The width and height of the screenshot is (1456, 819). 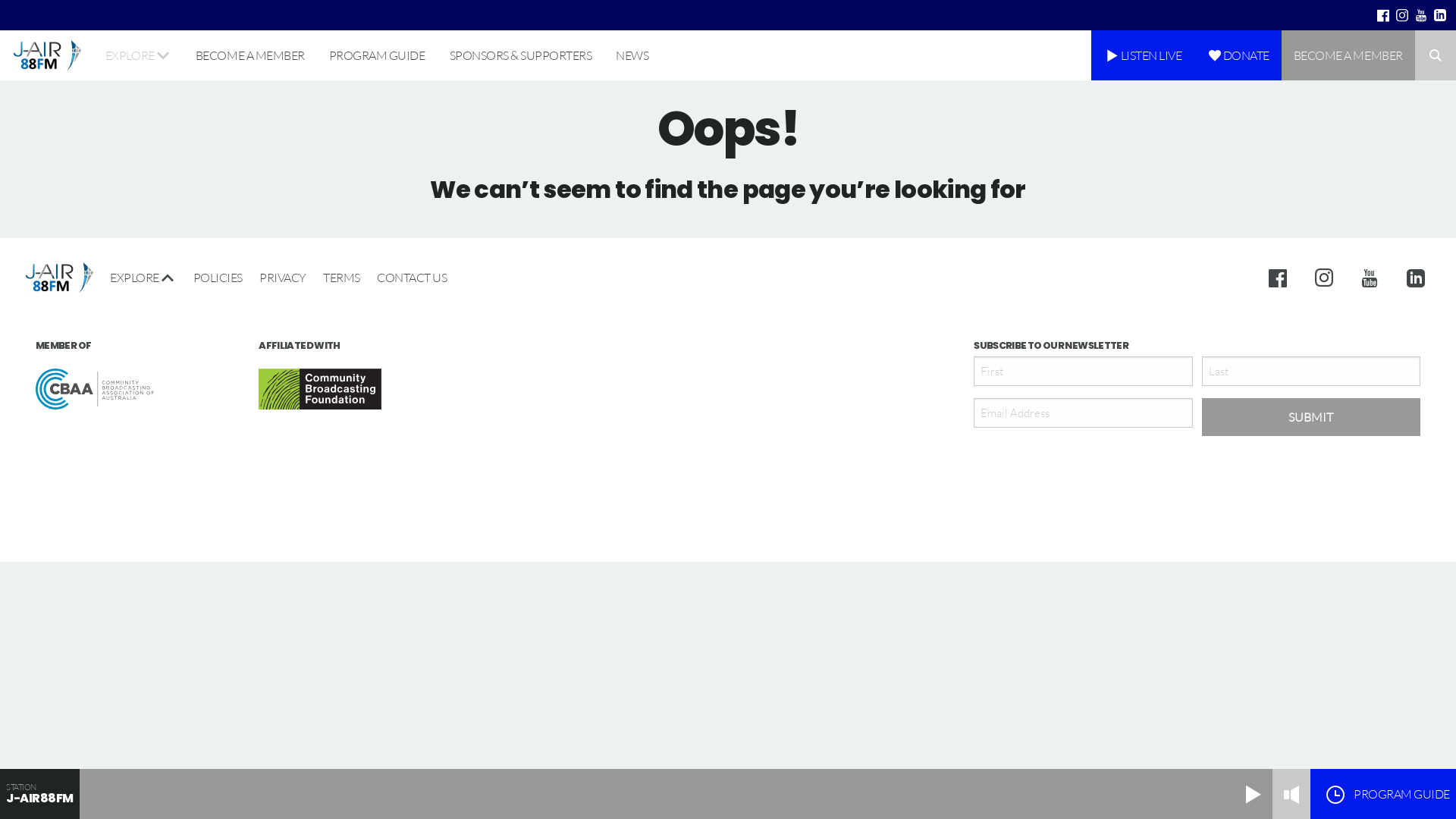 What do you see at coordinates (138, 55) in the screenshot?
I see `'EXPLORE'` at bounding box center [138, 55].